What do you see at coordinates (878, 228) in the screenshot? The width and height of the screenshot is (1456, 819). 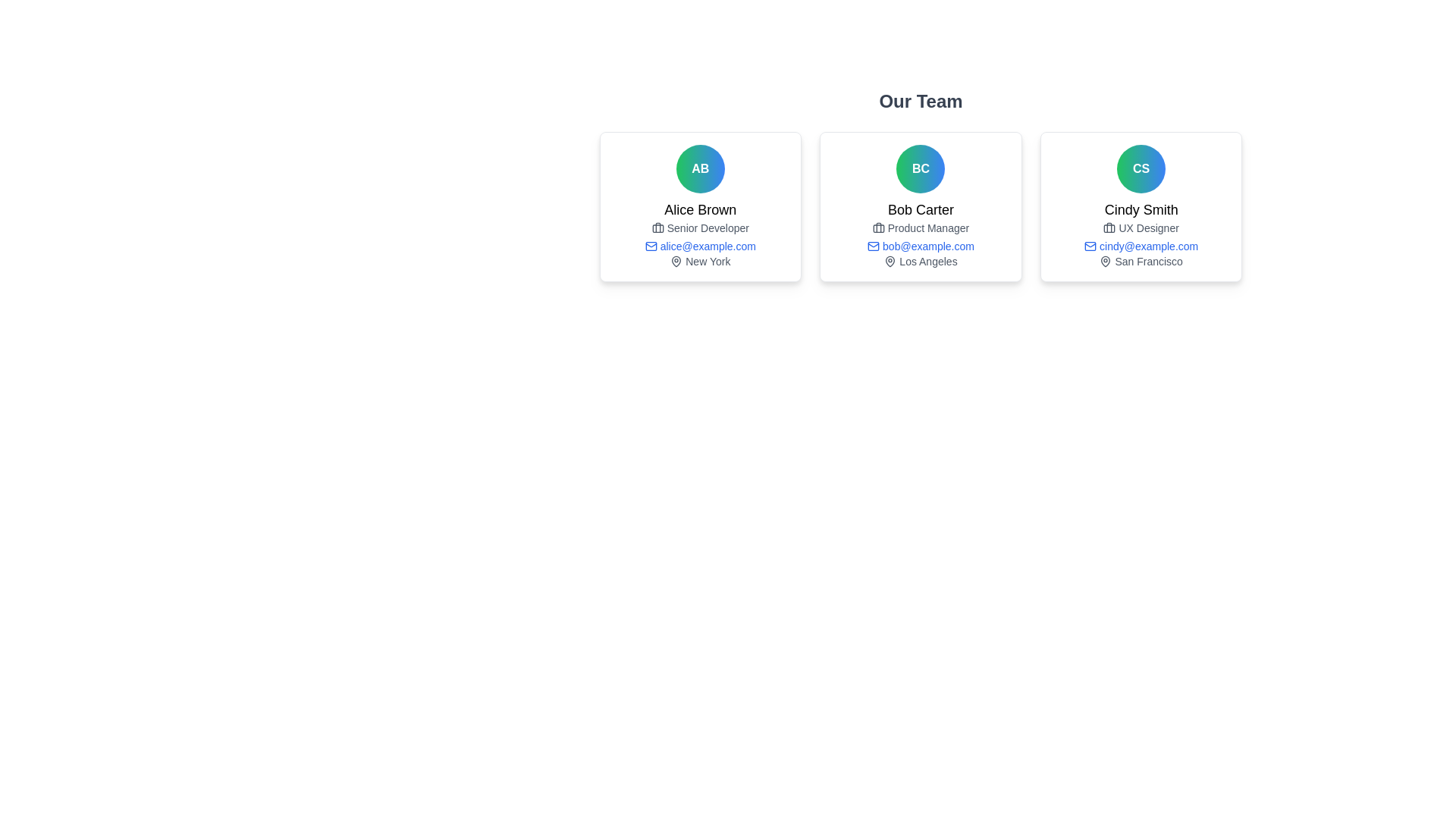 I see `the briefcase icon located in the middle card labeled 'Bob Carter' among three horizontally arranged cards` at bounding box center [878, 228].